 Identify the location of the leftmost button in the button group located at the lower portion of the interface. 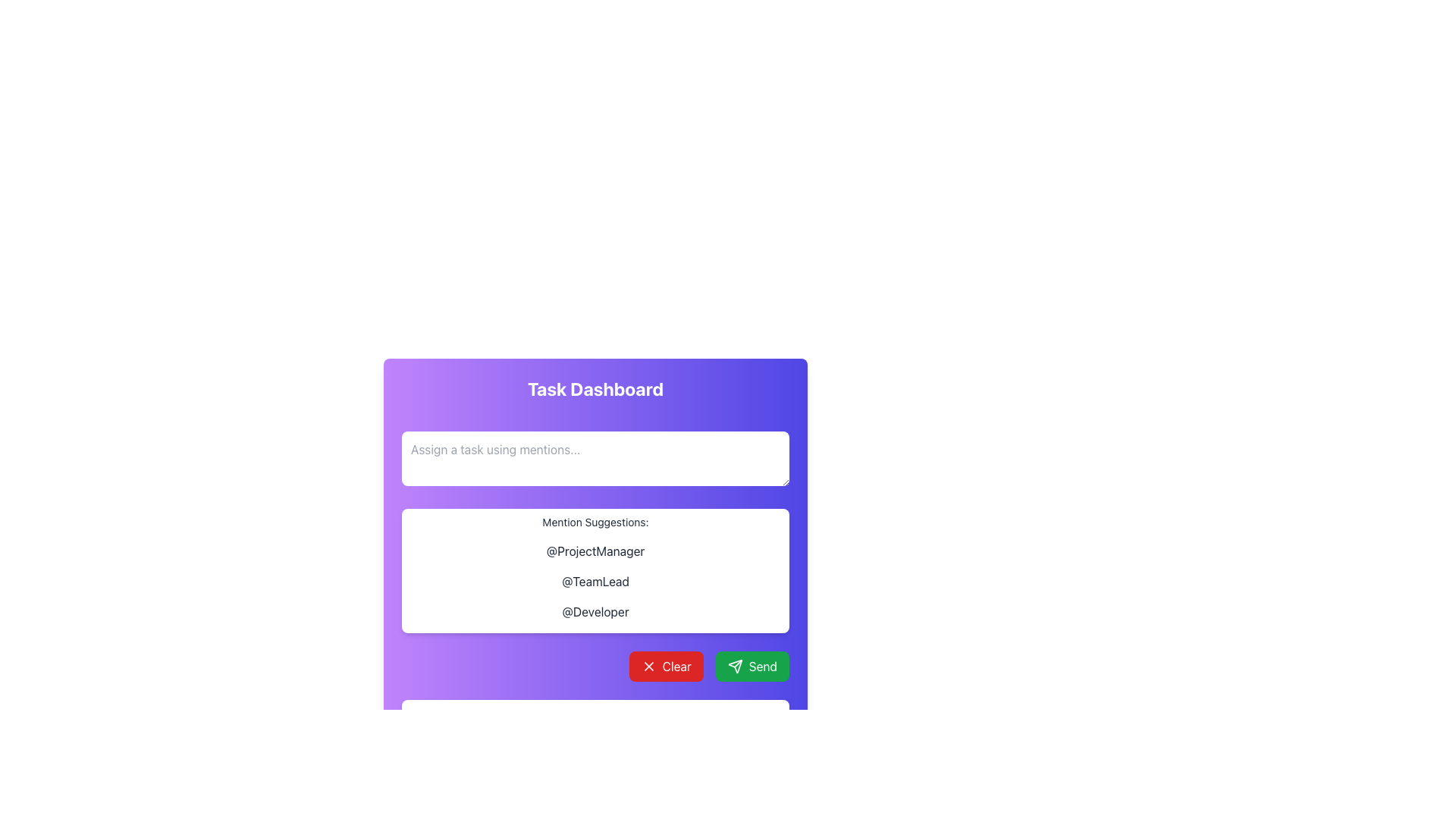
(666, 666).